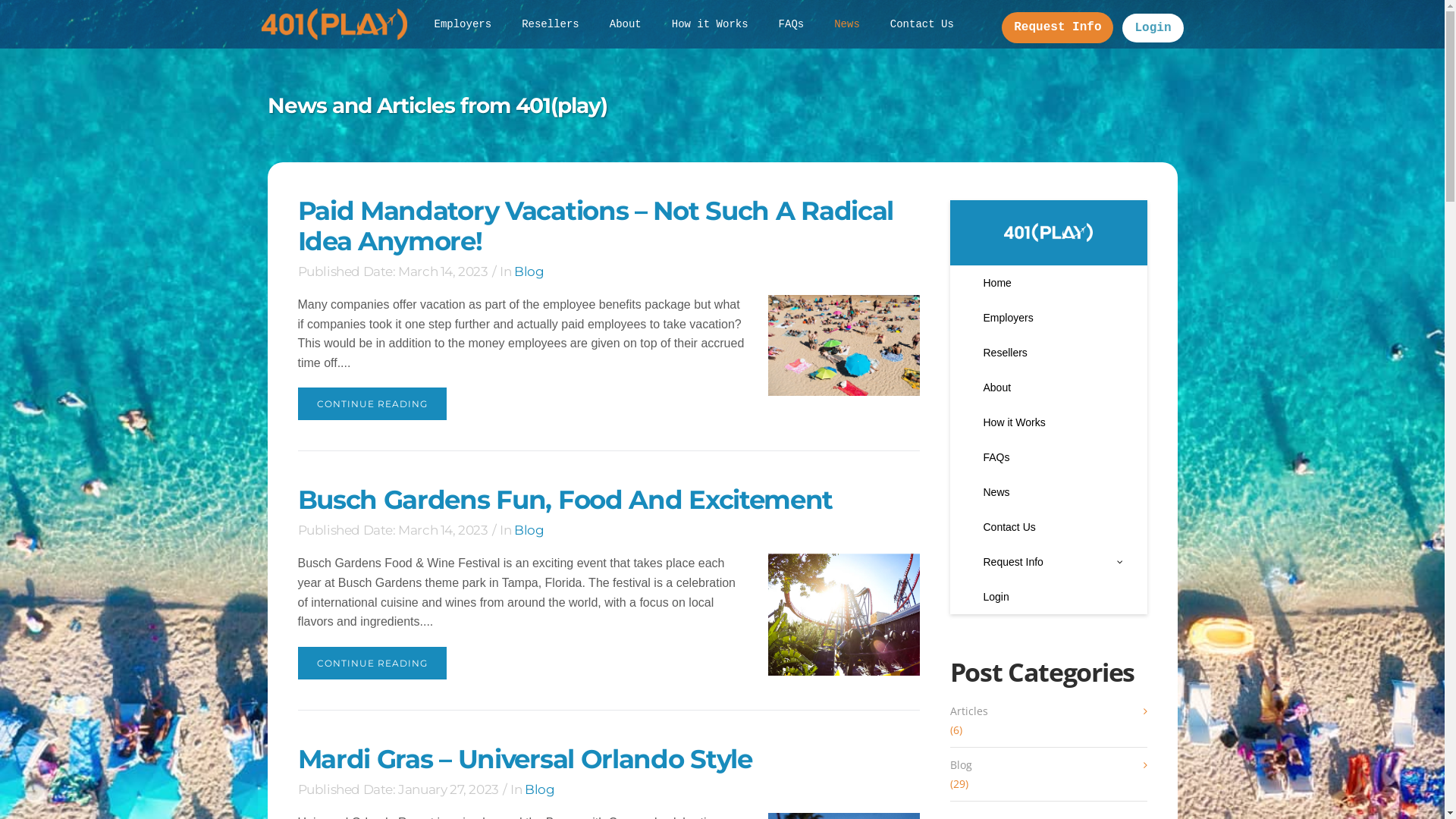  I want to click on 'Busch Gardens Fun, Food and Excitement', so click(843, 614).